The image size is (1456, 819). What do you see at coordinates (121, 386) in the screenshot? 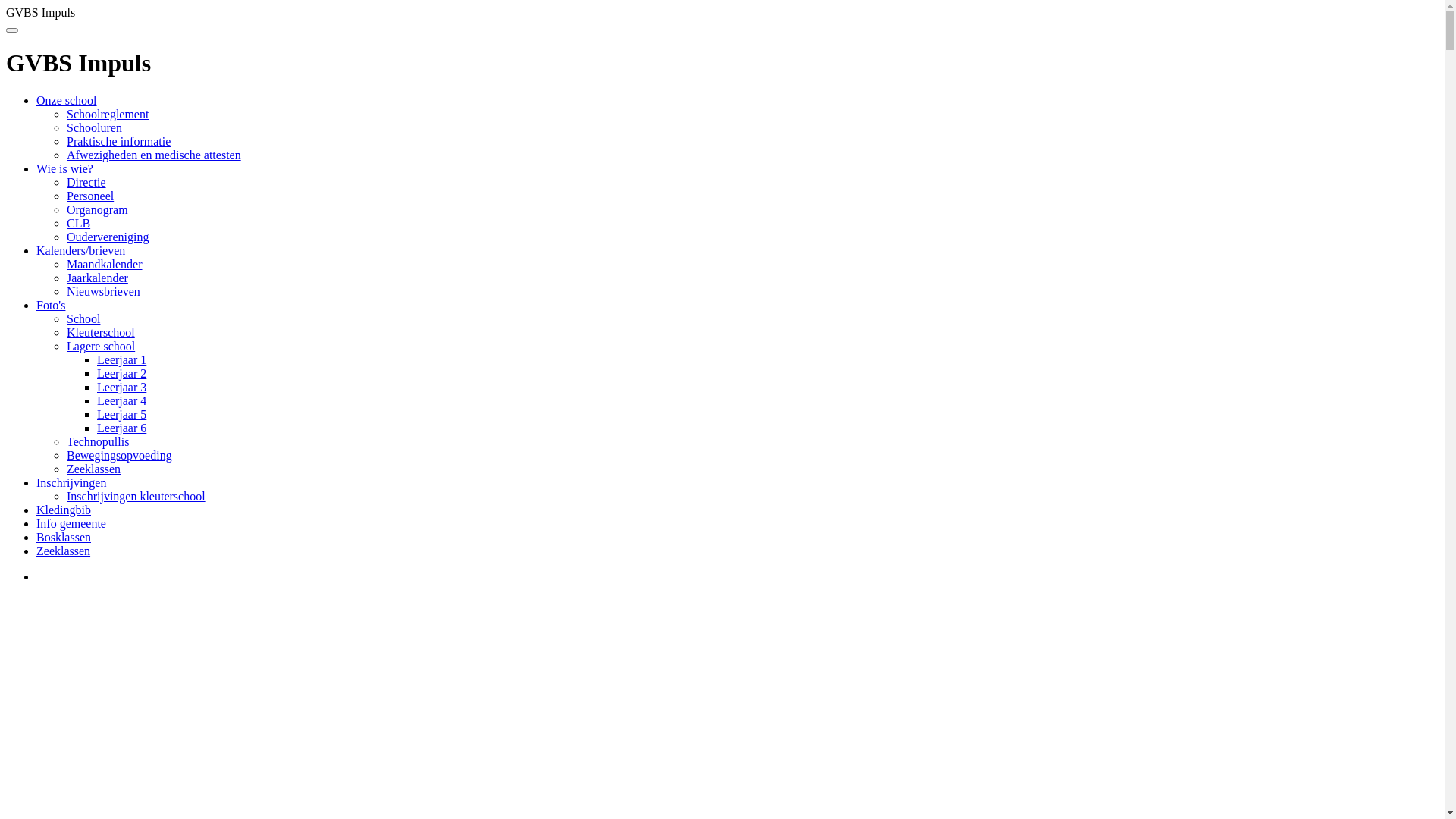
I see `'Leerjaar 3'` at bounding box center [121, 386].